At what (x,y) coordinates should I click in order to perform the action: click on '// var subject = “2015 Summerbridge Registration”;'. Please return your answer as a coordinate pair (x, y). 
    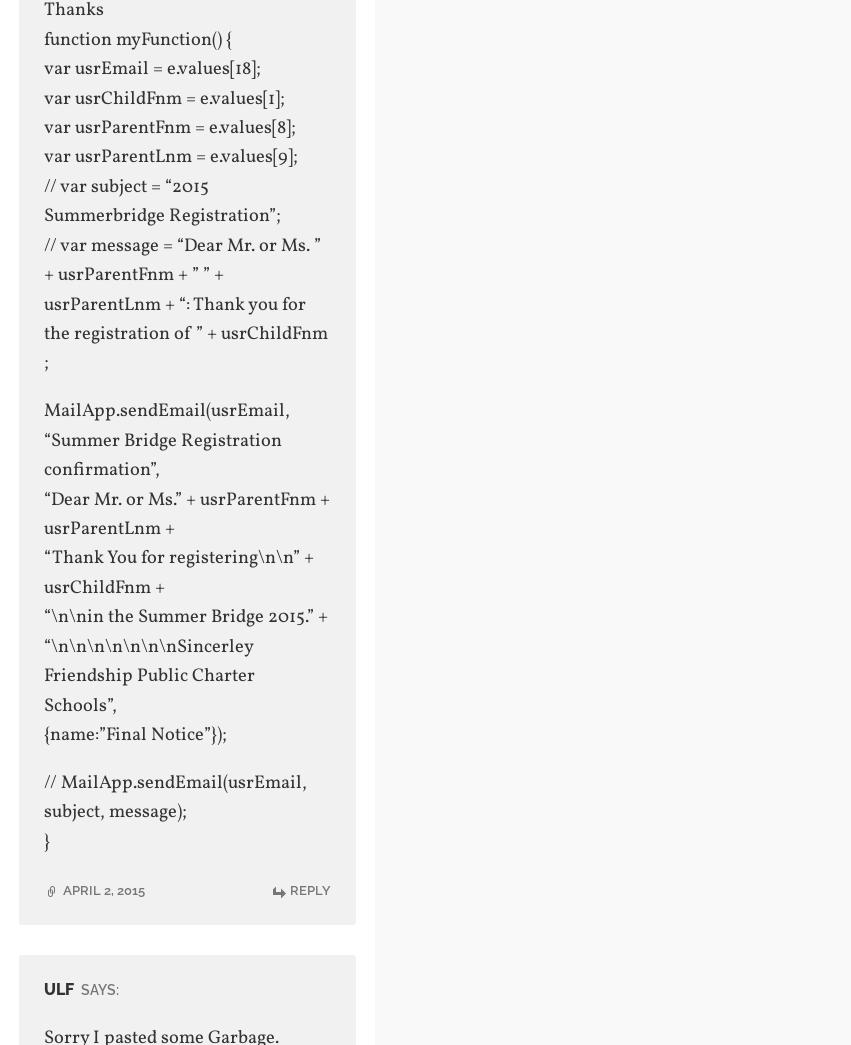
    Looking at the image, I should click on (160, 200).